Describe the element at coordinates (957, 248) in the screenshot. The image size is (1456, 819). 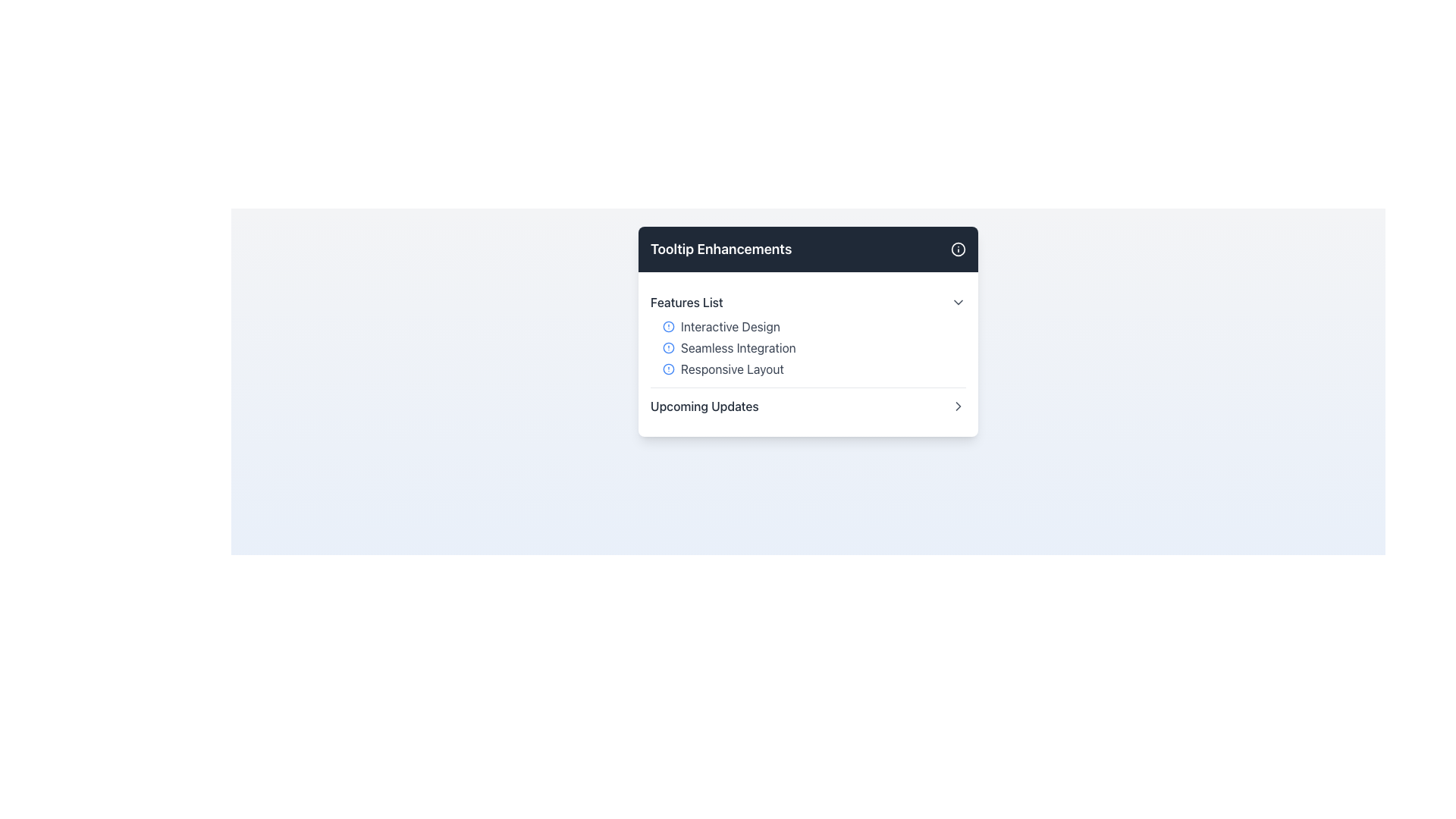
I see `the interactive icon button located to the far-right of the 'Tooltip Enhancements' text in the header bar` at that location.